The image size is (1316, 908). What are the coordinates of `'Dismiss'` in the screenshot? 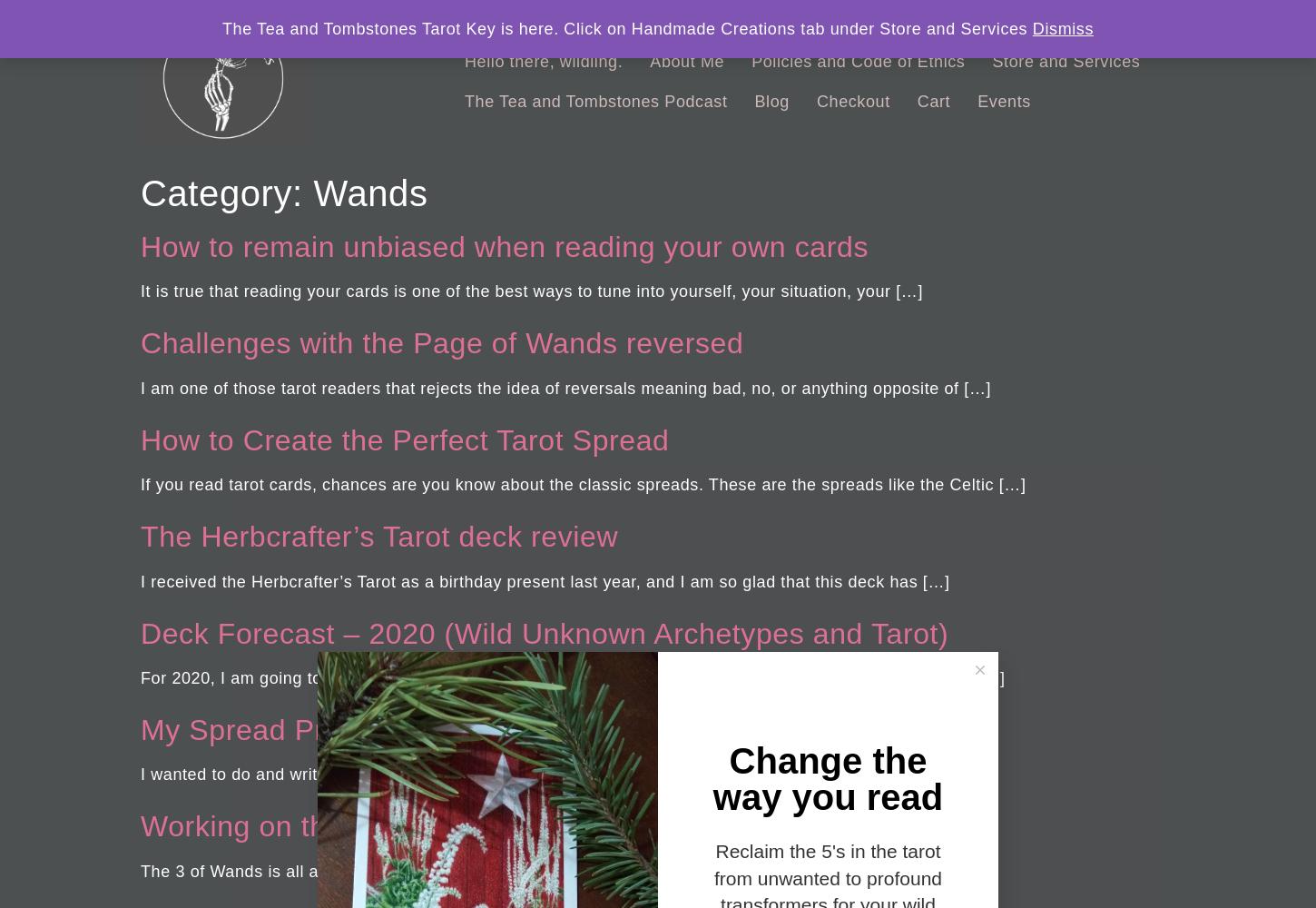 It's located at (1062, 29).